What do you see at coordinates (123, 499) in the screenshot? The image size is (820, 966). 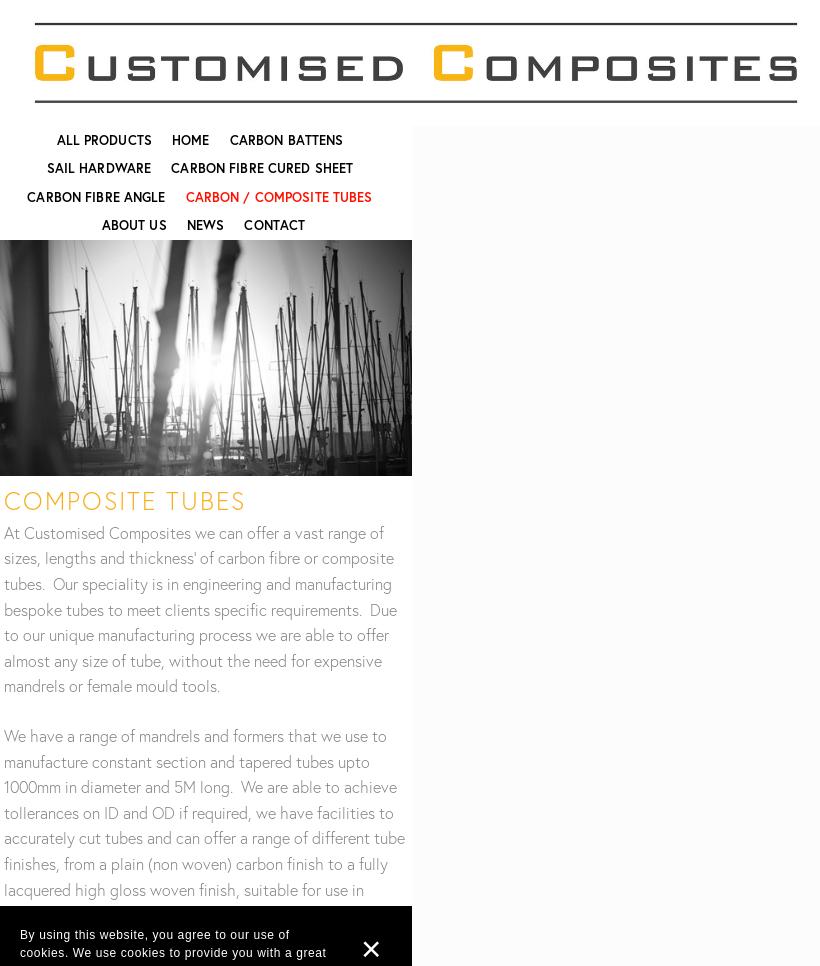 I see `'COMPOSITE Tubes'` at bounding box center [123, 499].